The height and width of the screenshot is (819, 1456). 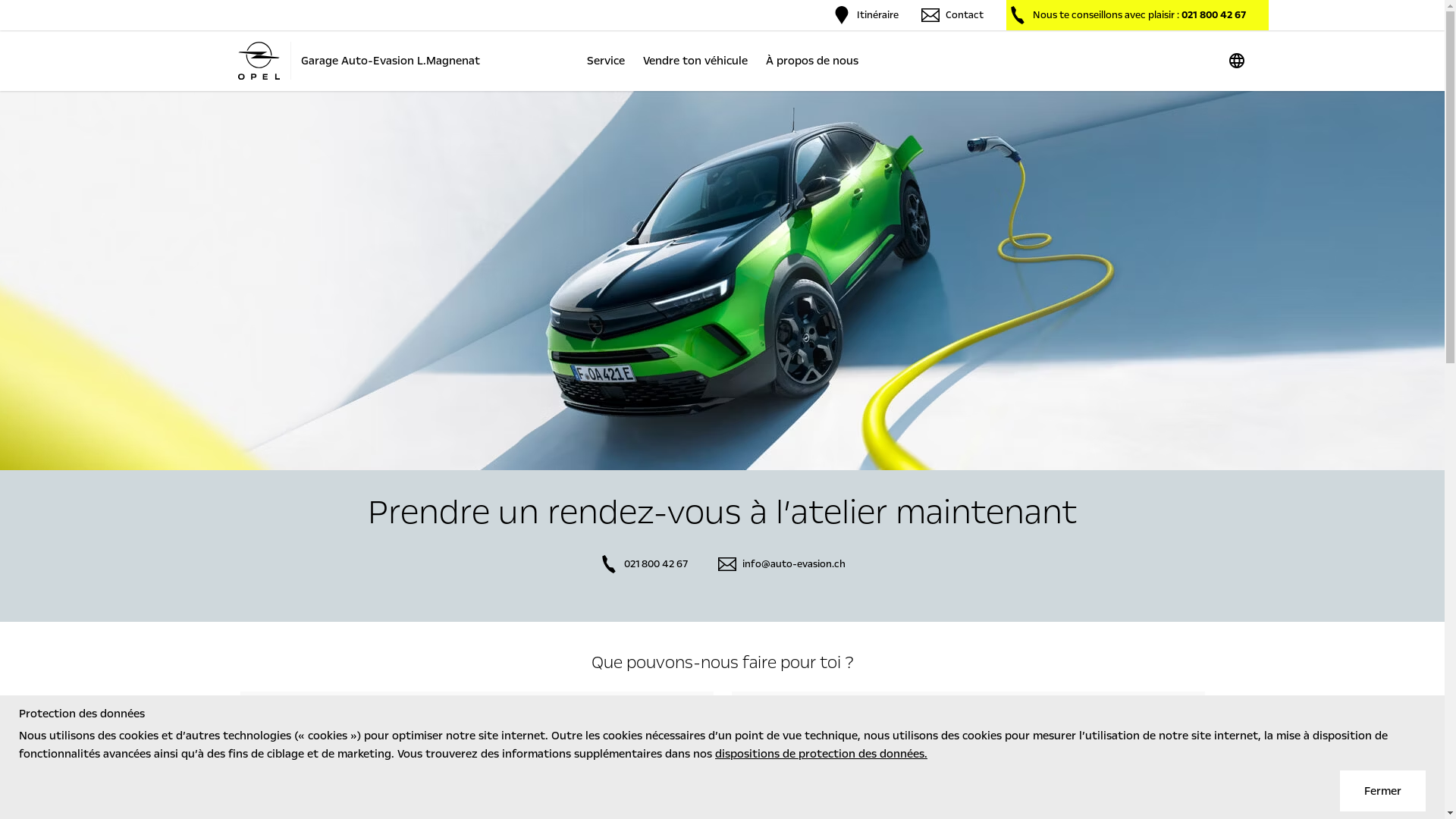 I want to click on 'Image Hero du site Opel Dealer', so click(x=721, y=281).